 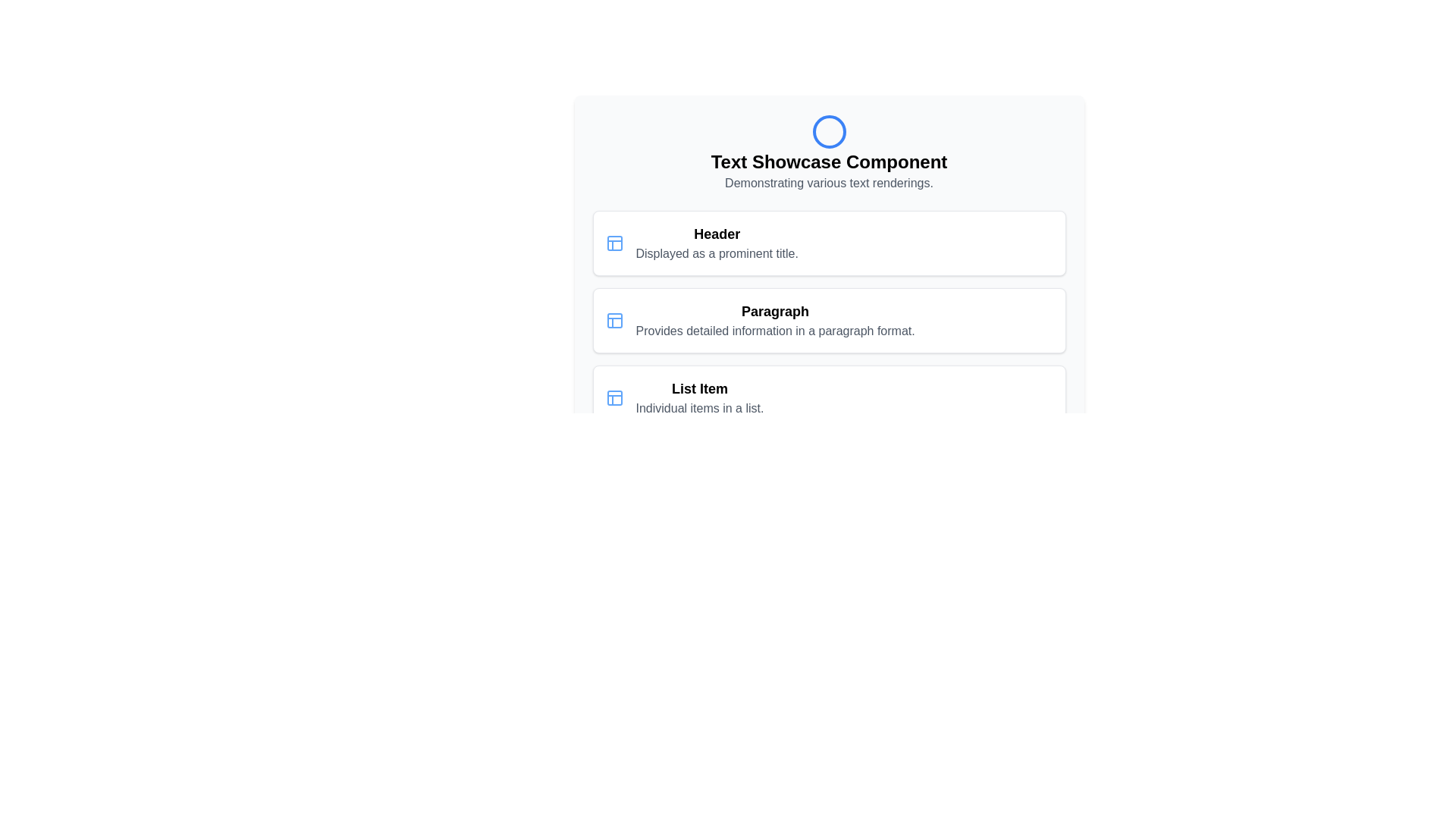 I want to click on descriptive text located immediately below the 'Paragraph' heading, which provides additional information or guidance about paragraph-related content, so click(x=775, y=330).